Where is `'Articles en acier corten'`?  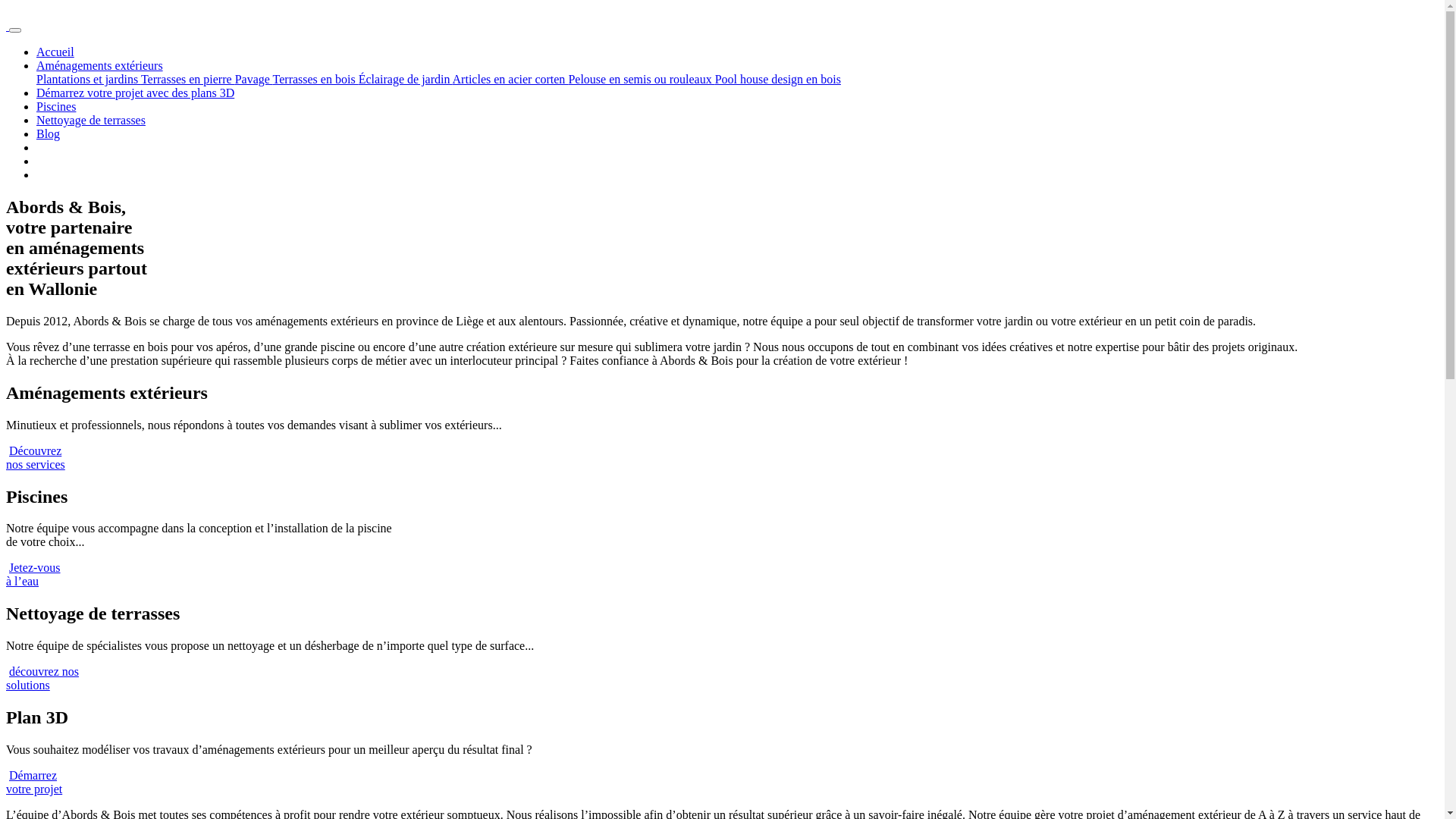 'Articles en acier corten' is located at coordinates (510, 79).